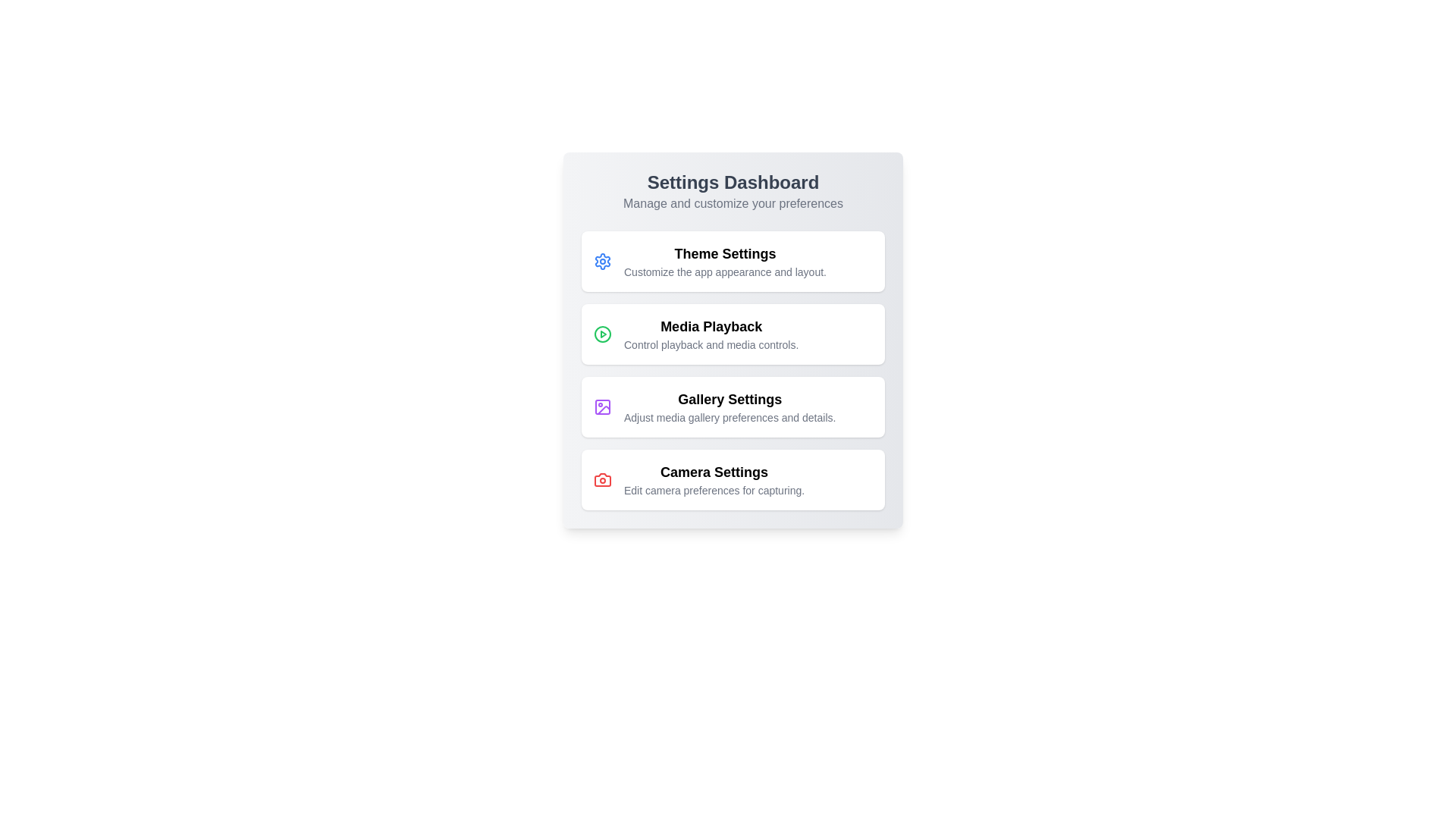  Describe the element at coordinates (602, 479) in the screenshot. I see `the stylized red camera icon, which is the left-most component of the 'Camera Settings' row in the settings options` at that location.